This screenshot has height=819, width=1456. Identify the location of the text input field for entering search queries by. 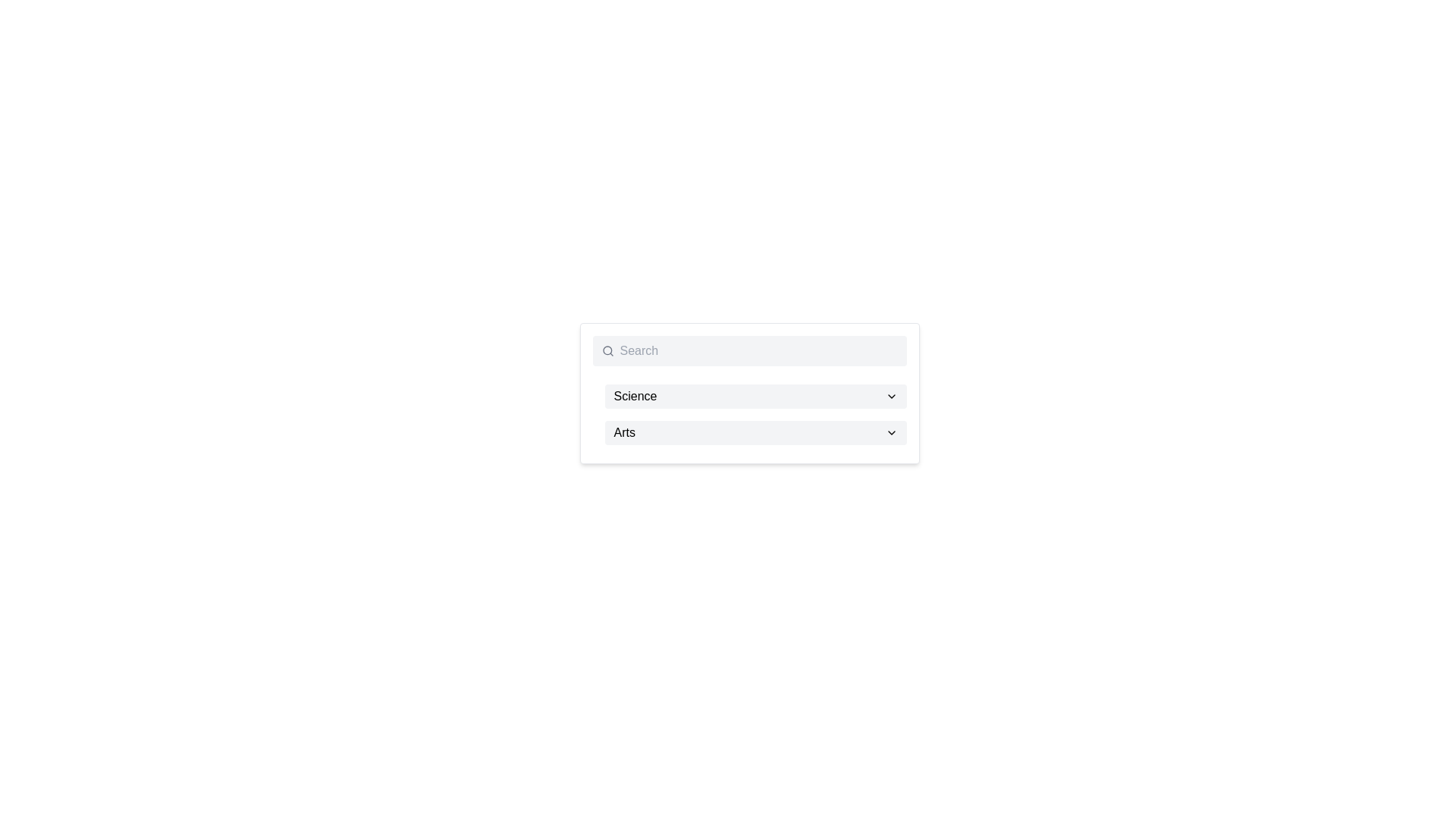
(758, 350).